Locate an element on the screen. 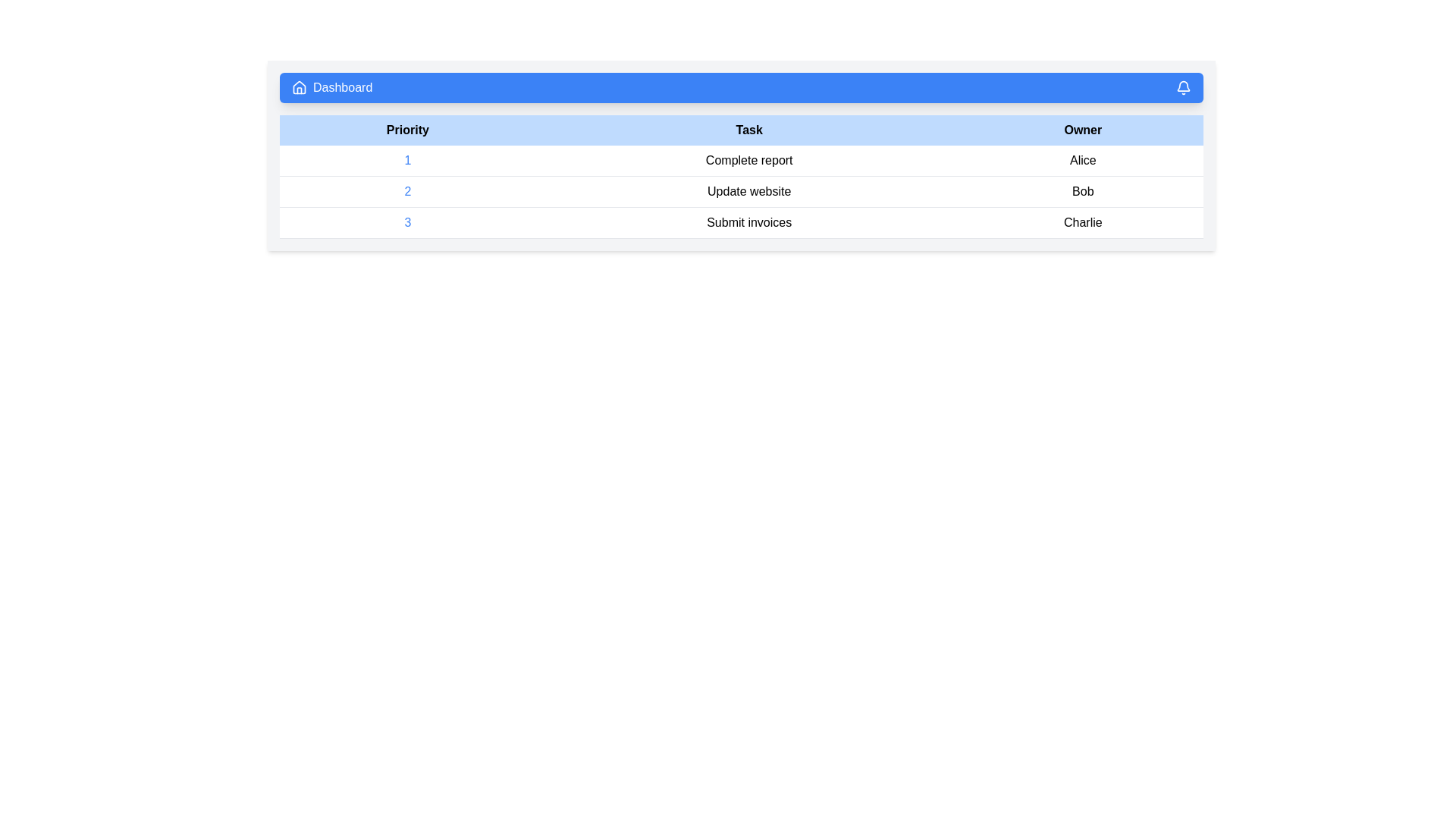 This screenshot has height=819, width=1456. the text label displaying 'Update website' located in the second row of the table under the 'Task' column is located at coordinates (749, 191).